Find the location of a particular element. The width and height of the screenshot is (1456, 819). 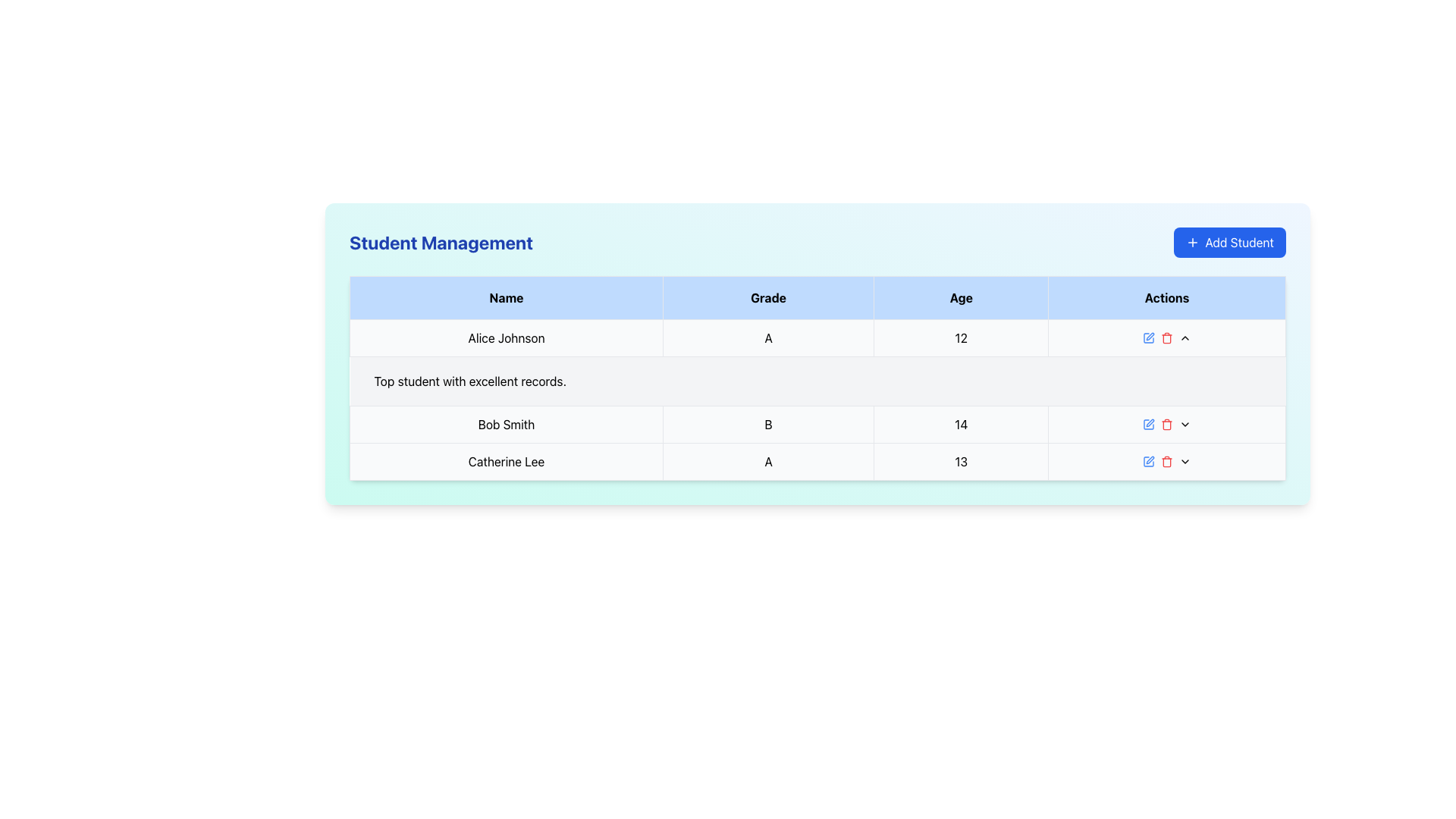

the text label indicating student management tasks, located at the top-left portion of the interface is located at coordinates (440, 242).